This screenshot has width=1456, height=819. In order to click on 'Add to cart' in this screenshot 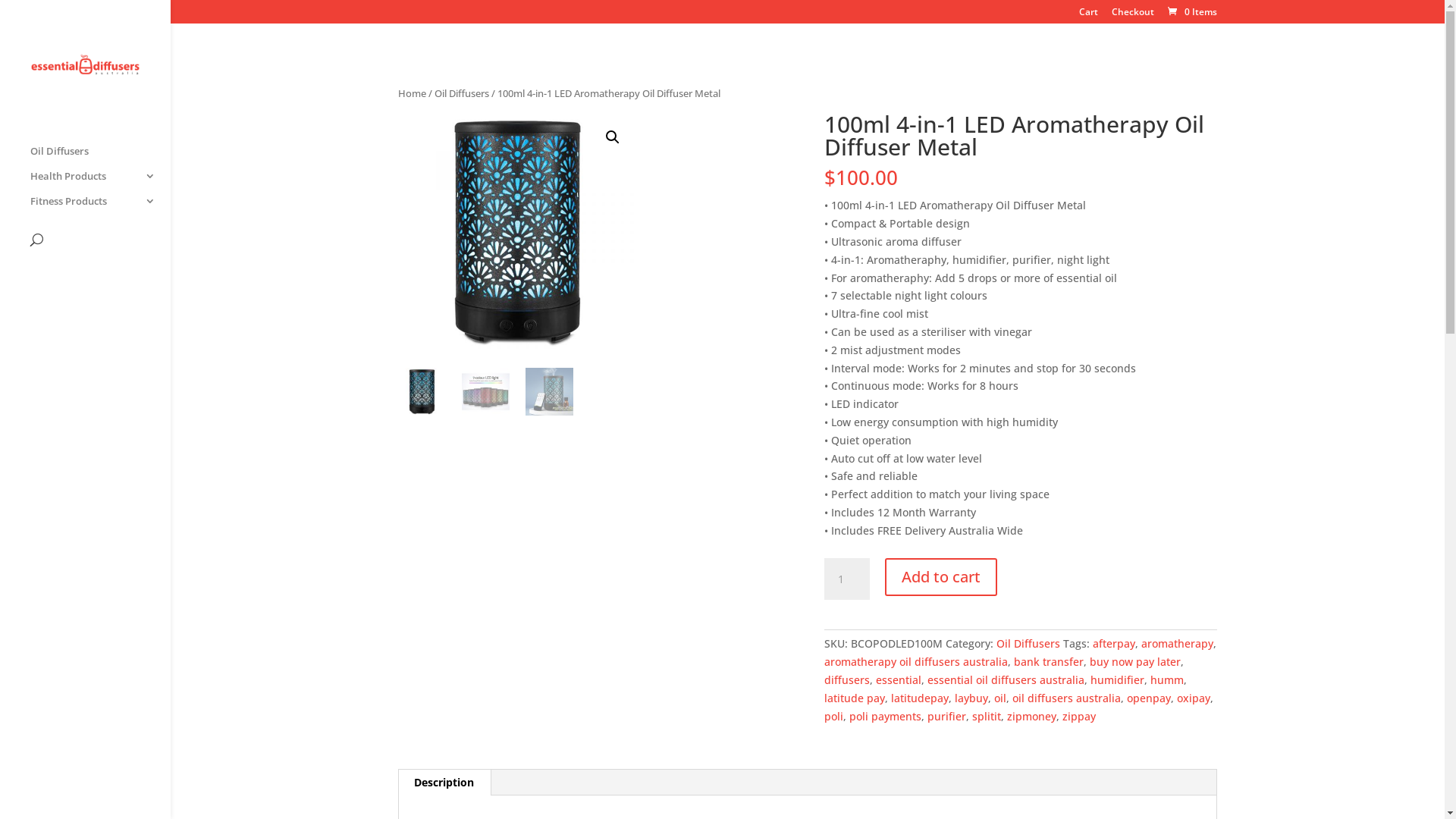, I will do `click(940, 576)`.